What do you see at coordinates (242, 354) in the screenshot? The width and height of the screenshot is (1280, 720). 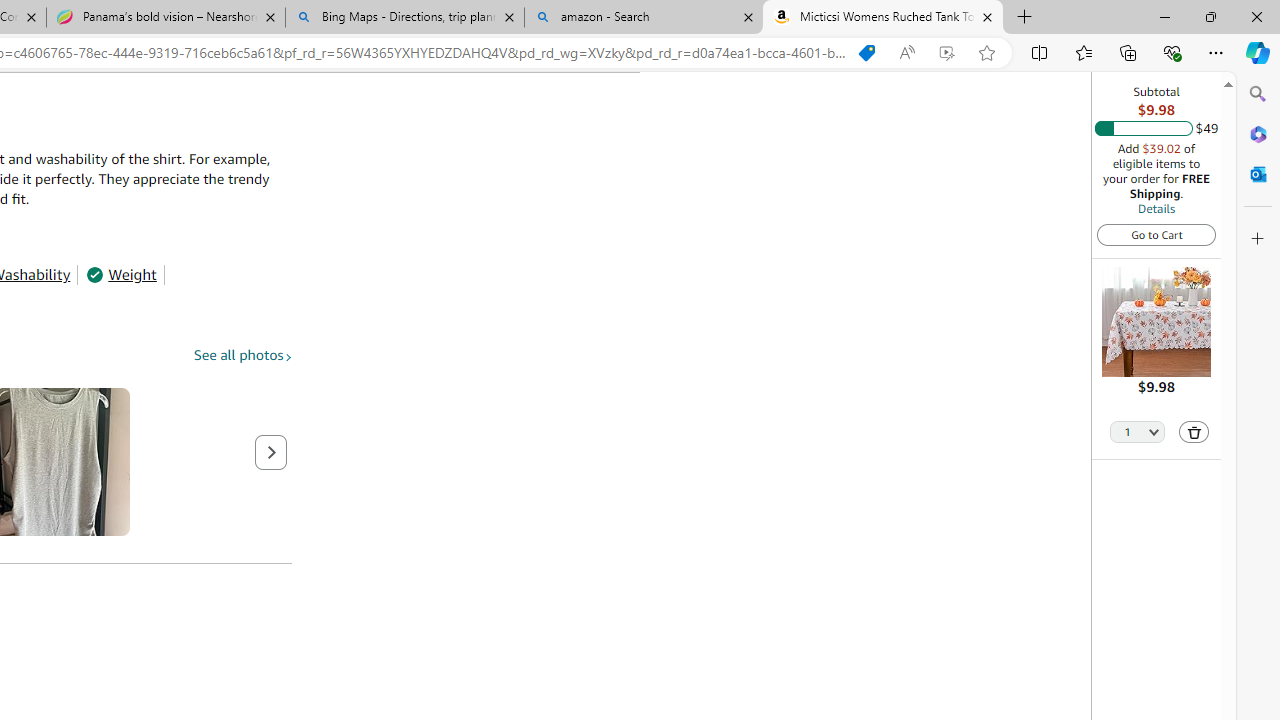 I see `'See all photos'` at bounding box center [242, 354].